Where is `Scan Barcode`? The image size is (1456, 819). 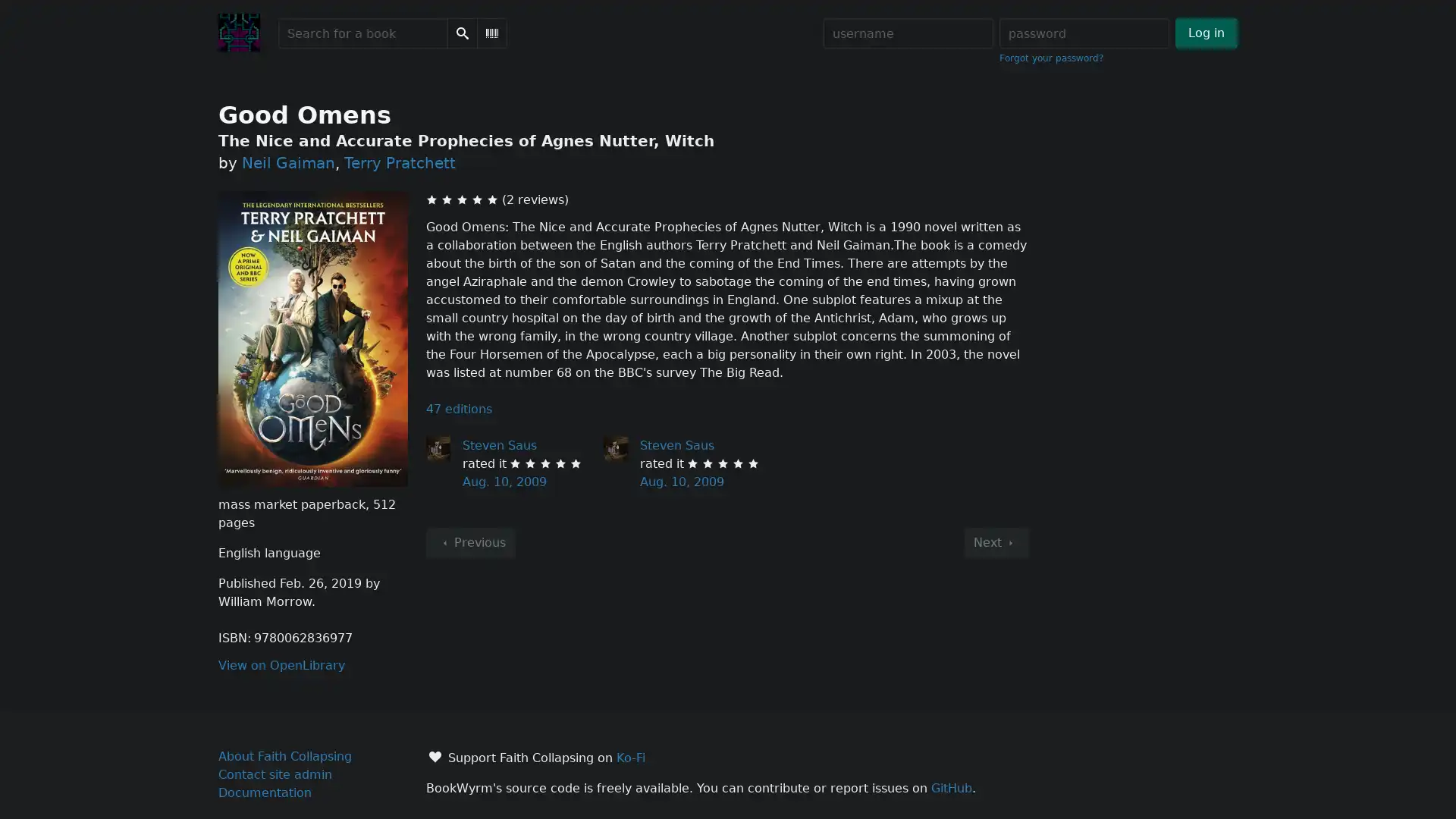 Scan Barcode is located at coordinates (491, 33).